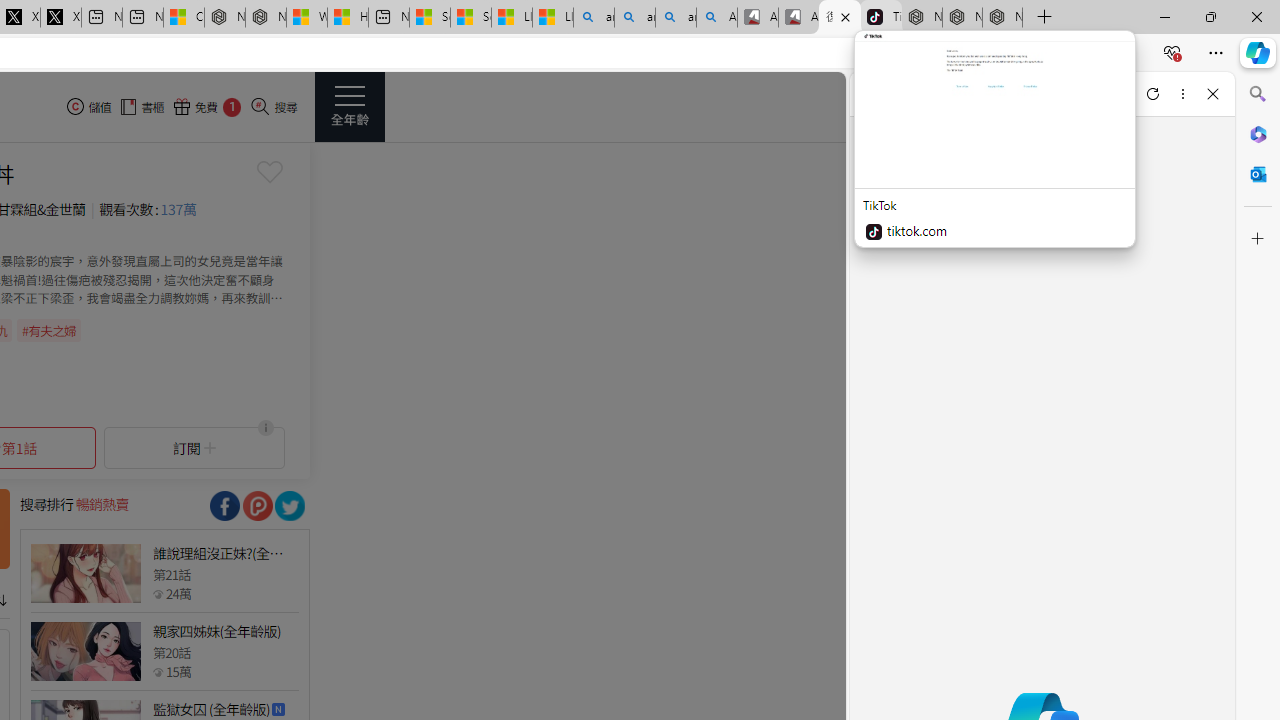  What do you see at coordinates (1002, 17) in the screenshot?
I see `'Nordace - Siena Pro 15 Essential Set'` at bounding box center [1002, 17].